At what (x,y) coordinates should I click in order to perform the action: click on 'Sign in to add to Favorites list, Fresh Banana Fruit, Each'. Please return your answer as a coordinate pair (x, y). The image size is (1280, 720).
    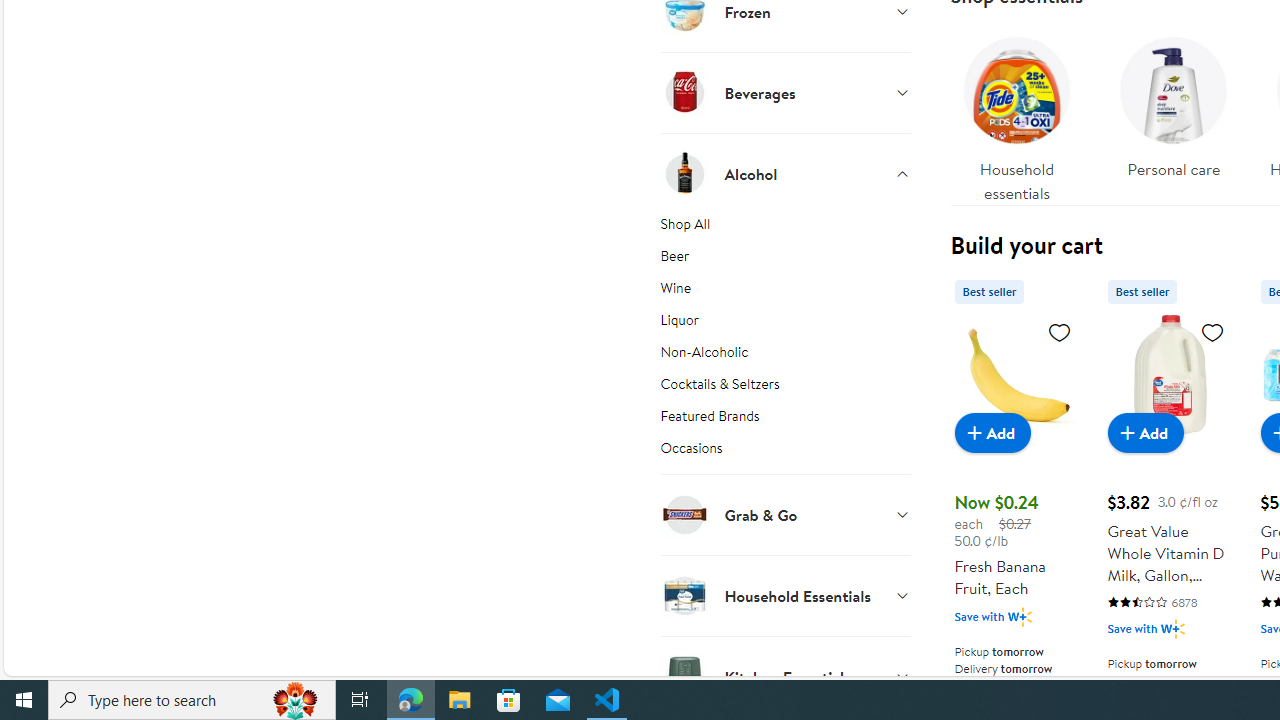
    Looking at the image, I should click on (1058, 330).